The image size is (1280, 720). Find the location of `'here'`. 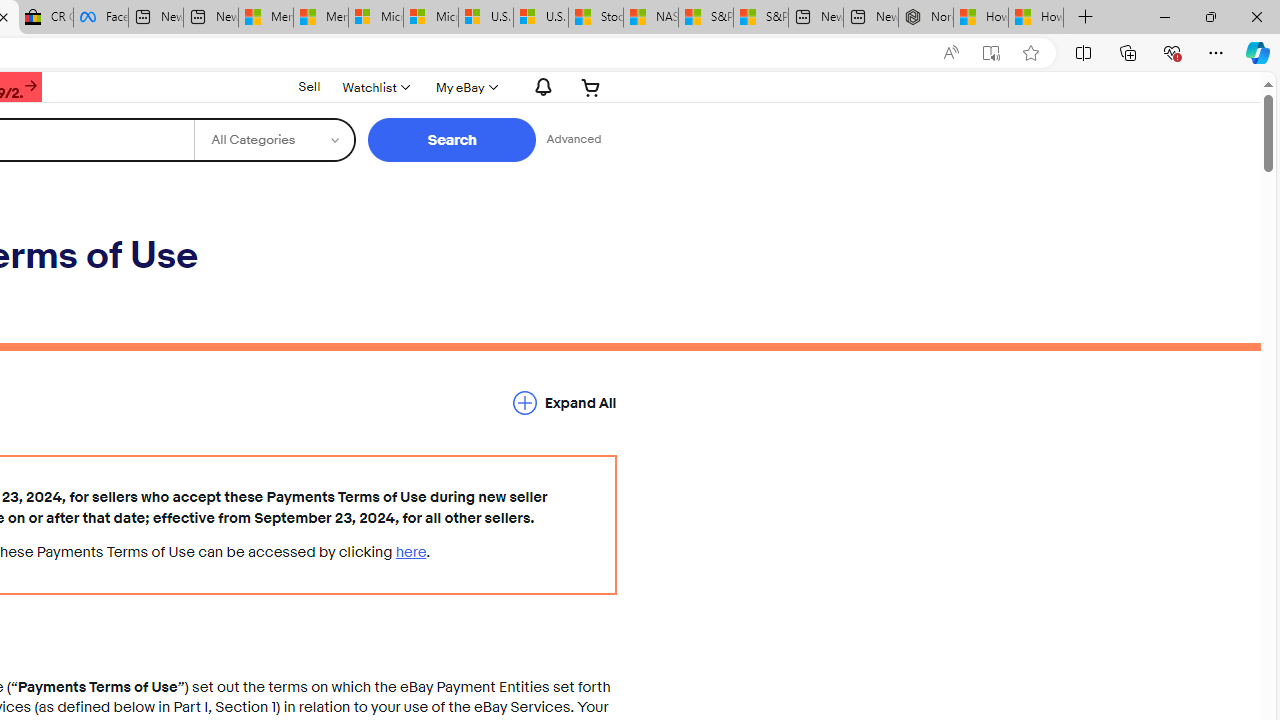

'here' is located at coordinates (410, 552).